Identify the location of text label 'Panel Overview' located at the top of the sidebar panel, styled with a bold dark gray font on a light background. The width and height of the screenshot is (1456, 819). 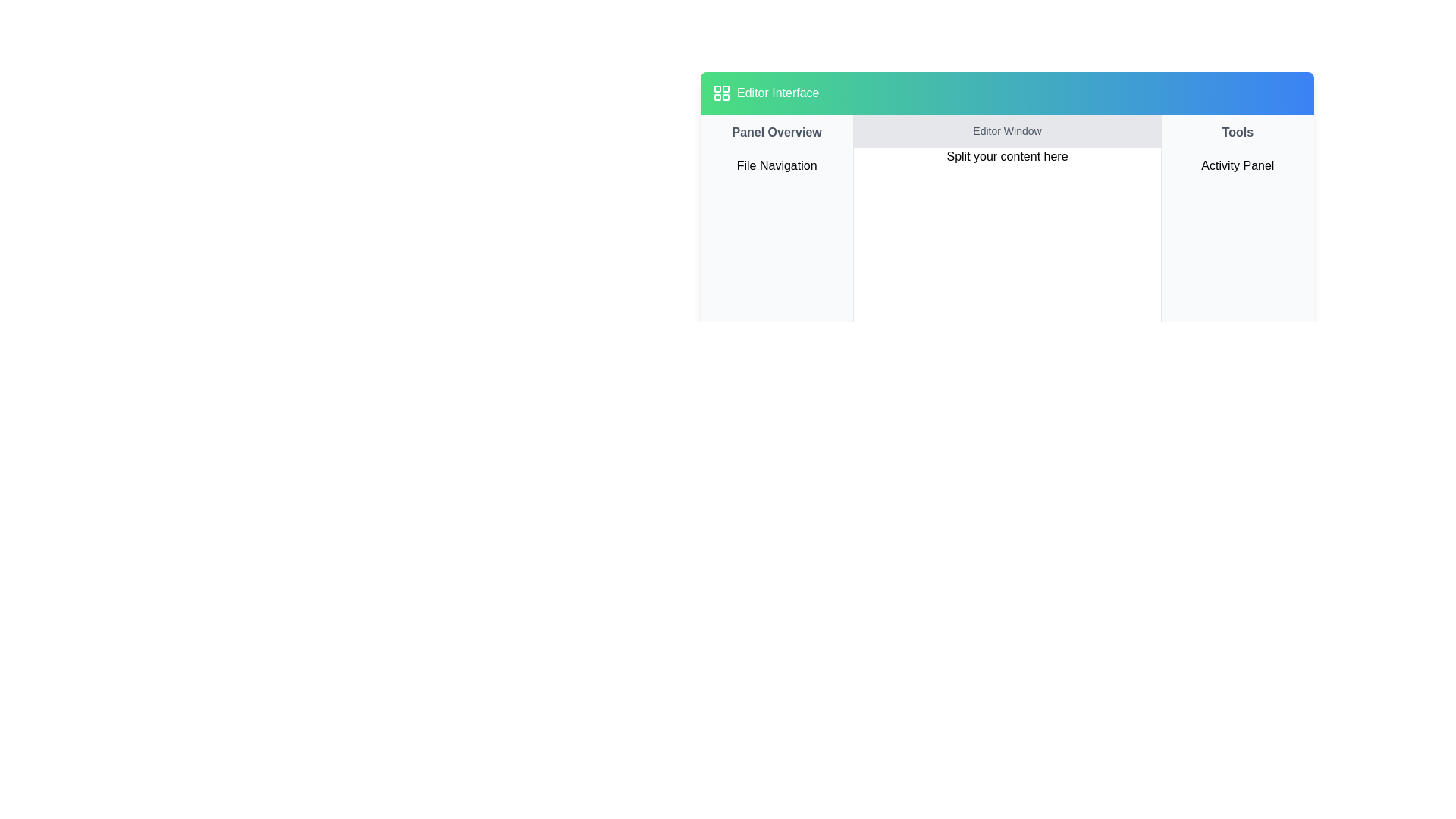
(777, 131).